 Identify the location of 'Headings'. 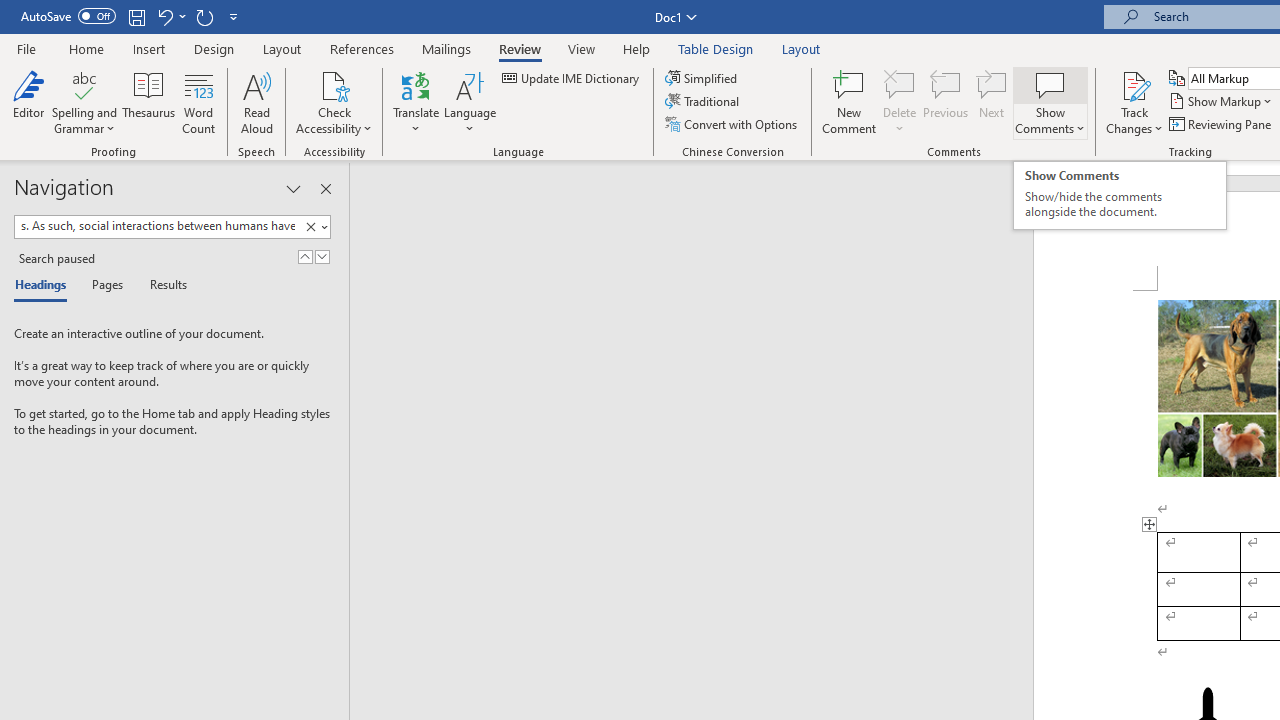
(45, 286).